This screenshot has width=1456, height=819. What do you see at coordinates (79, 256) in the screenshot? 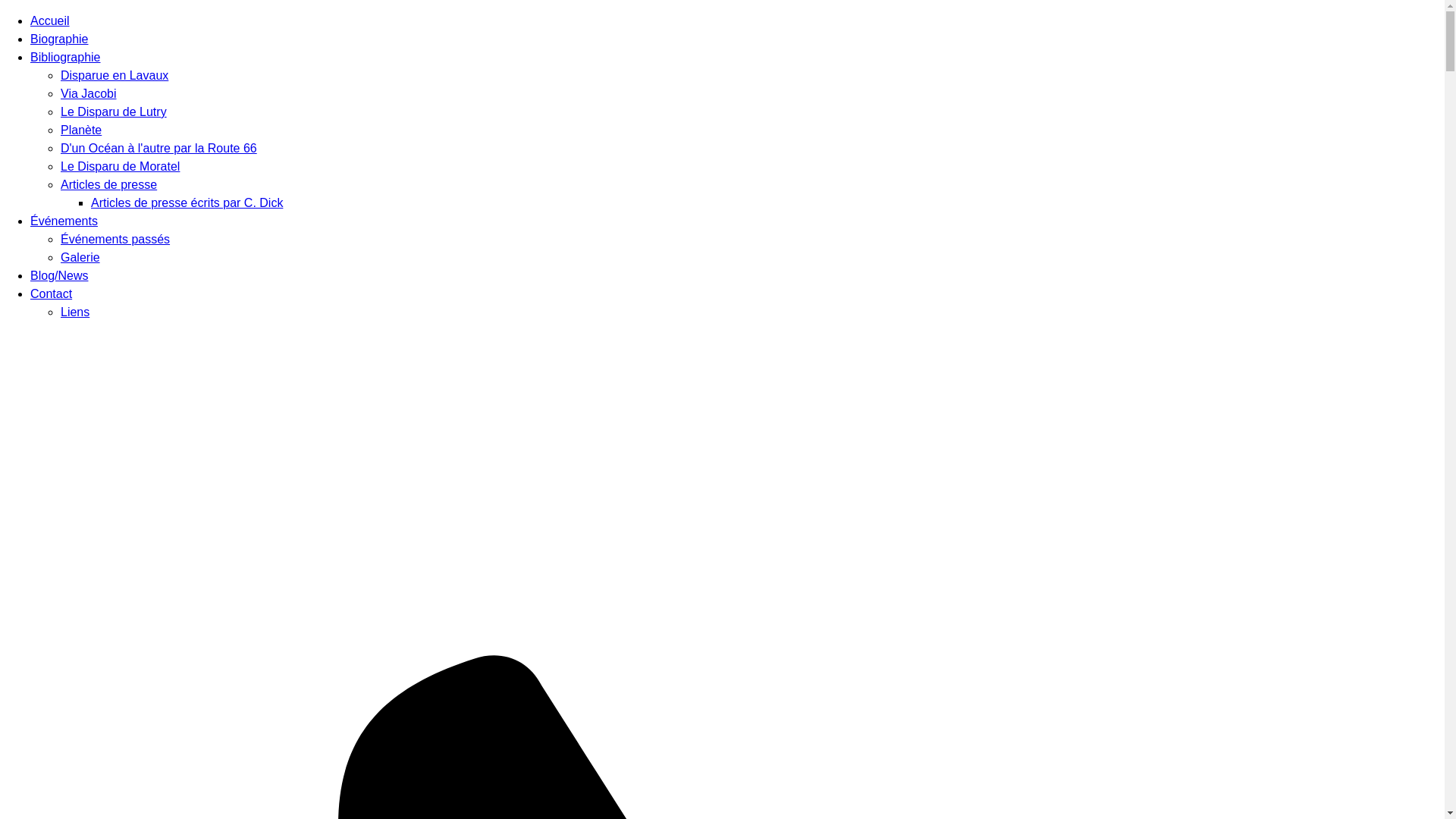
I see `'Galerie'` at bounding box center [79, 256].